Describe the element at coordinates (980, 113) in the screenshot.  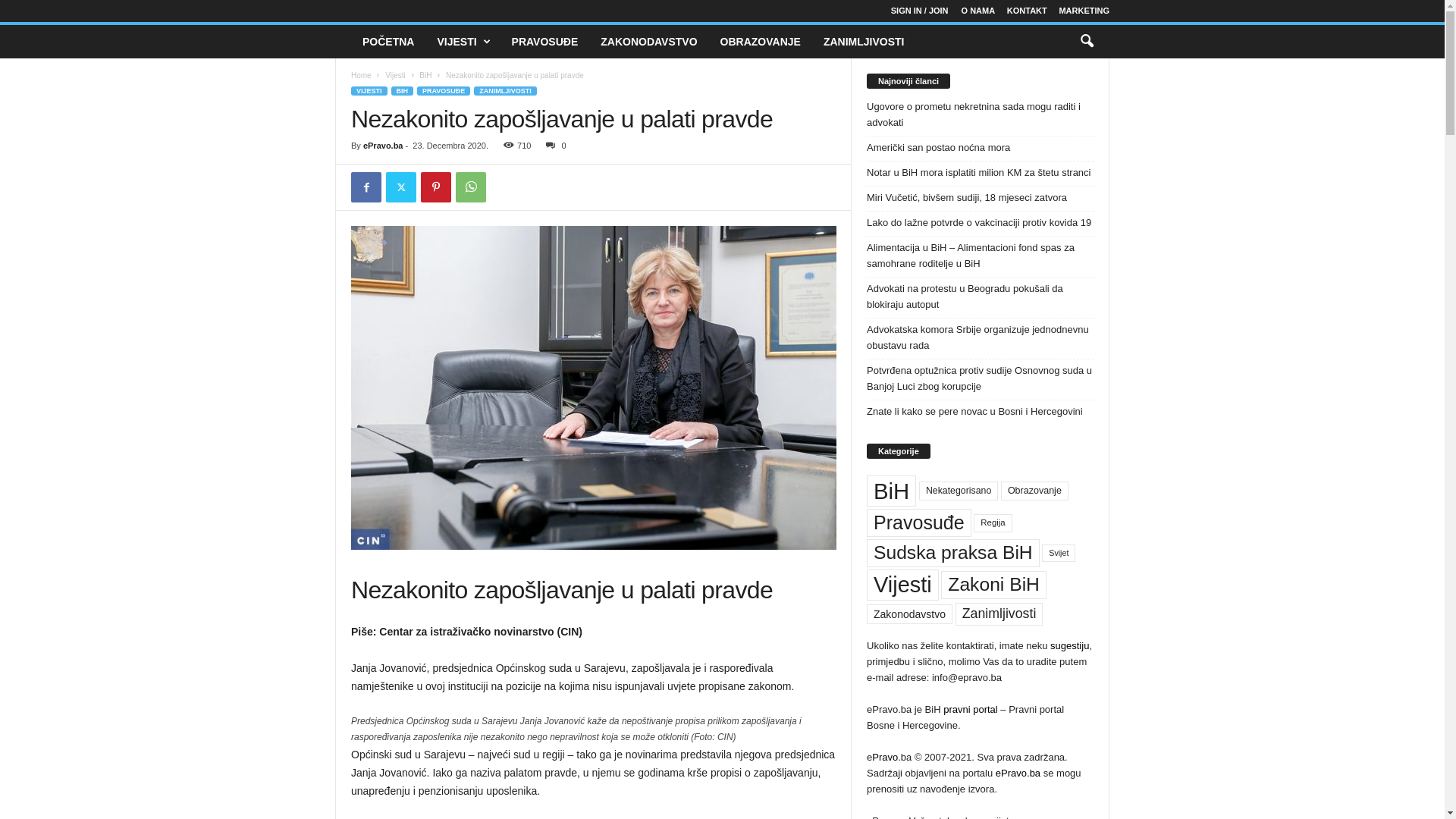
I see `'Ugovore o prometu nekretnina sada mogu raditi i advokati'` at that location.